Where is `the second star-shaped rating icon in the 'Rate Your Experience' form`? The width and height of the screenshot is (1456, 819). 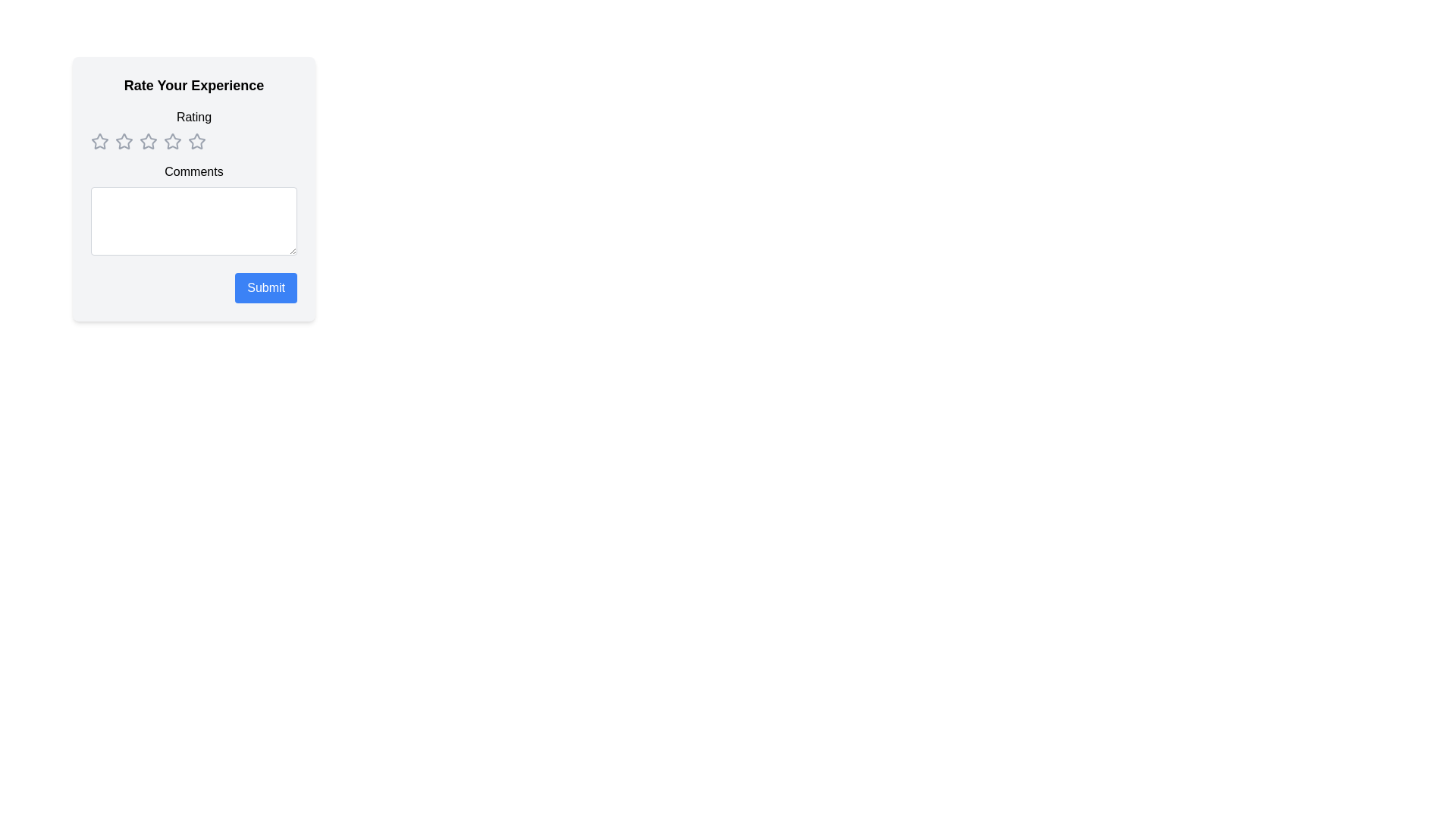 the second star-shaped rating icon in the 'Rate Your Experience' form is located at coordinates (124, 141).